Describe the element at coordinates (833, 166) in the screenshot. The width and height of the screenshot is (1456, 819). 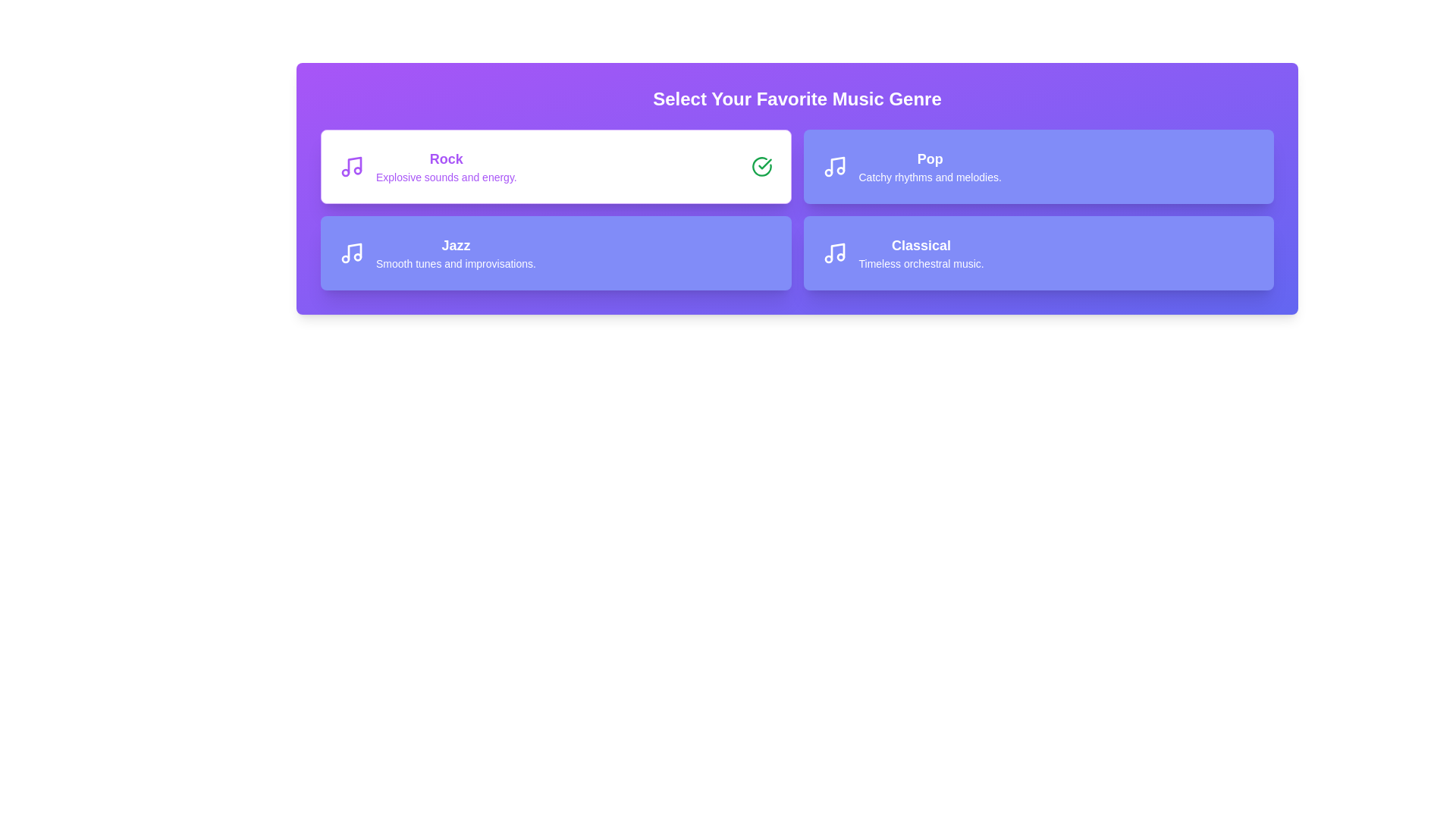
I see `the music icon representing the 'Pop' music genre located in the top-left corner of the 'Pop' card` at that location.